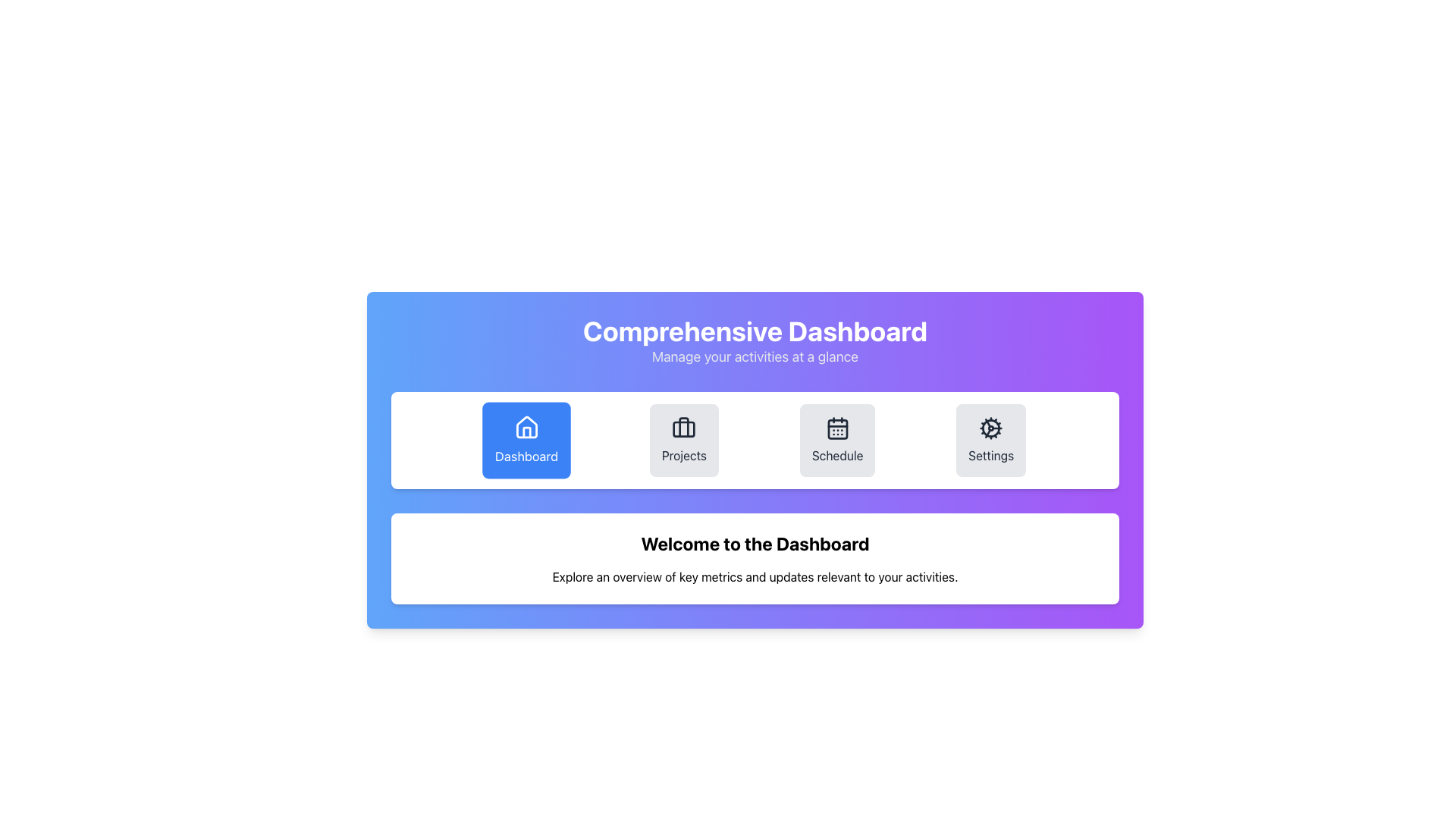 This screenshot has width=1456, height=819. Describe the element at coordinates (836, 429) in the screenshot. I see `the central rectangular shape with rounded corners within the calendar icon of the 'Schedule' section in the Dashboard` at that location.